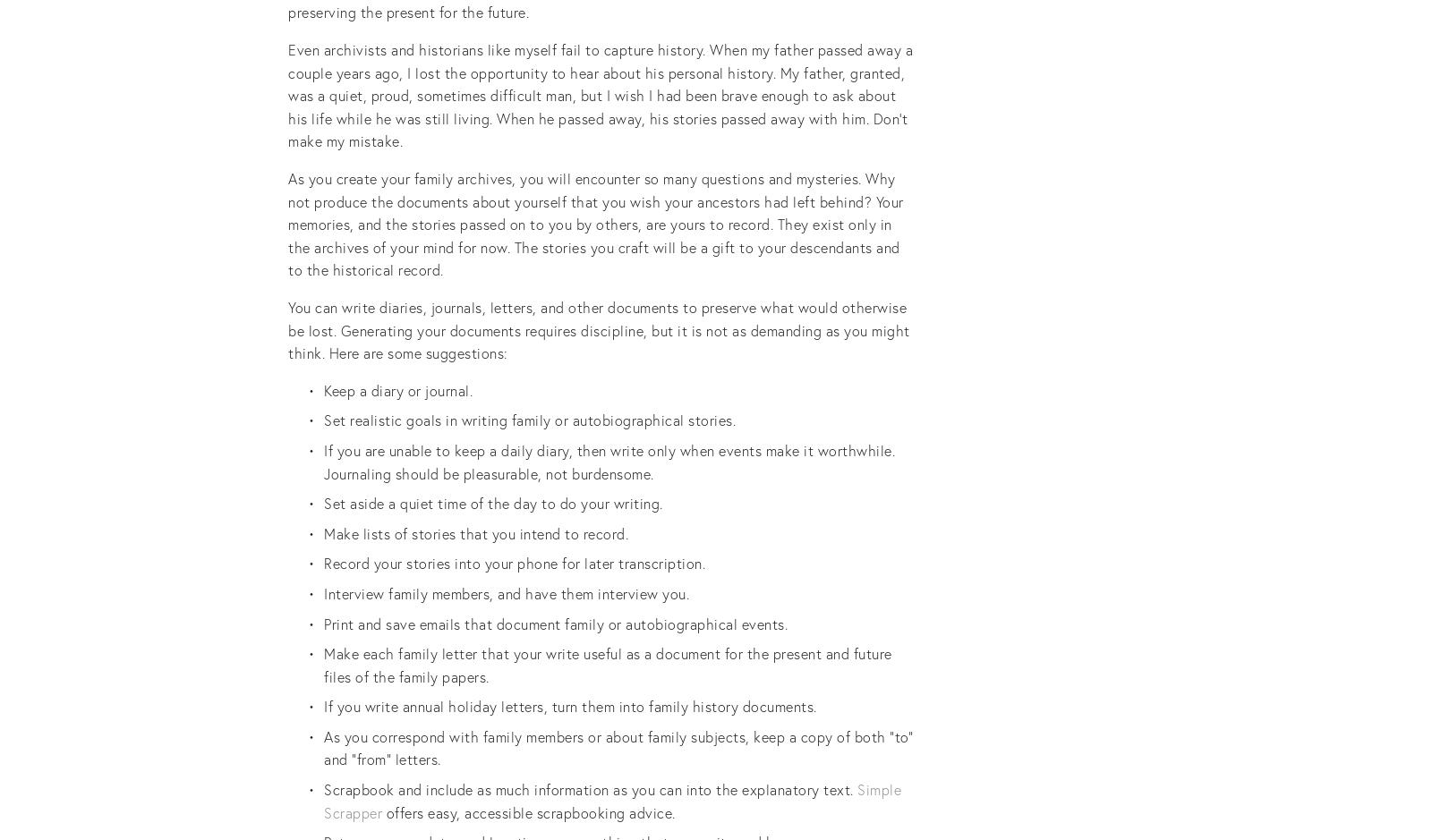 The height and width of the screenshot is (840, 1432). I want to click on 'Print and save emails that document family or autobiographical events.', so click(324, 622).